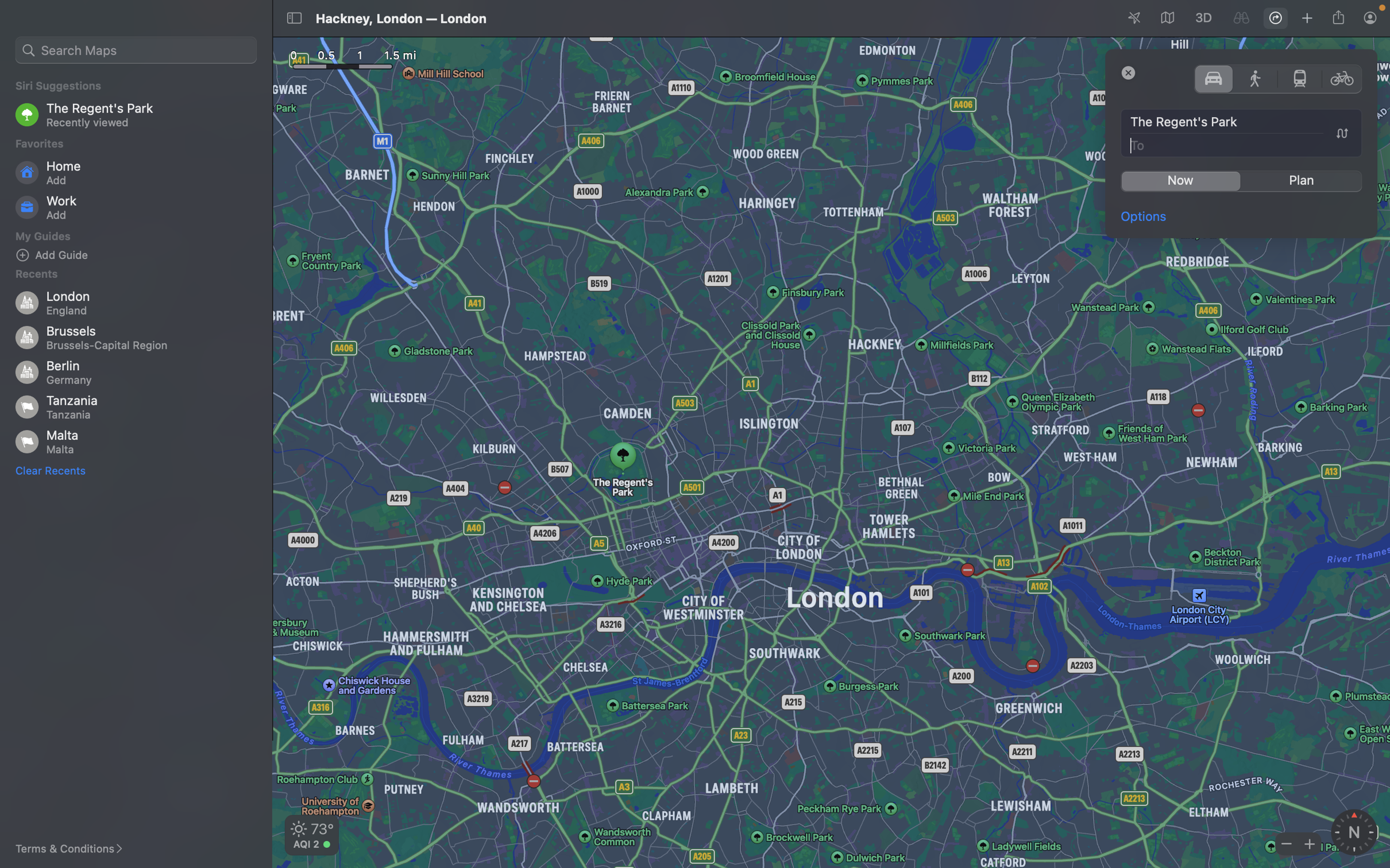 This screenshot has height=868, width=1390. I want to click on the "swap dest and source" button to switch the source and destination locations, so click(1341, 133).